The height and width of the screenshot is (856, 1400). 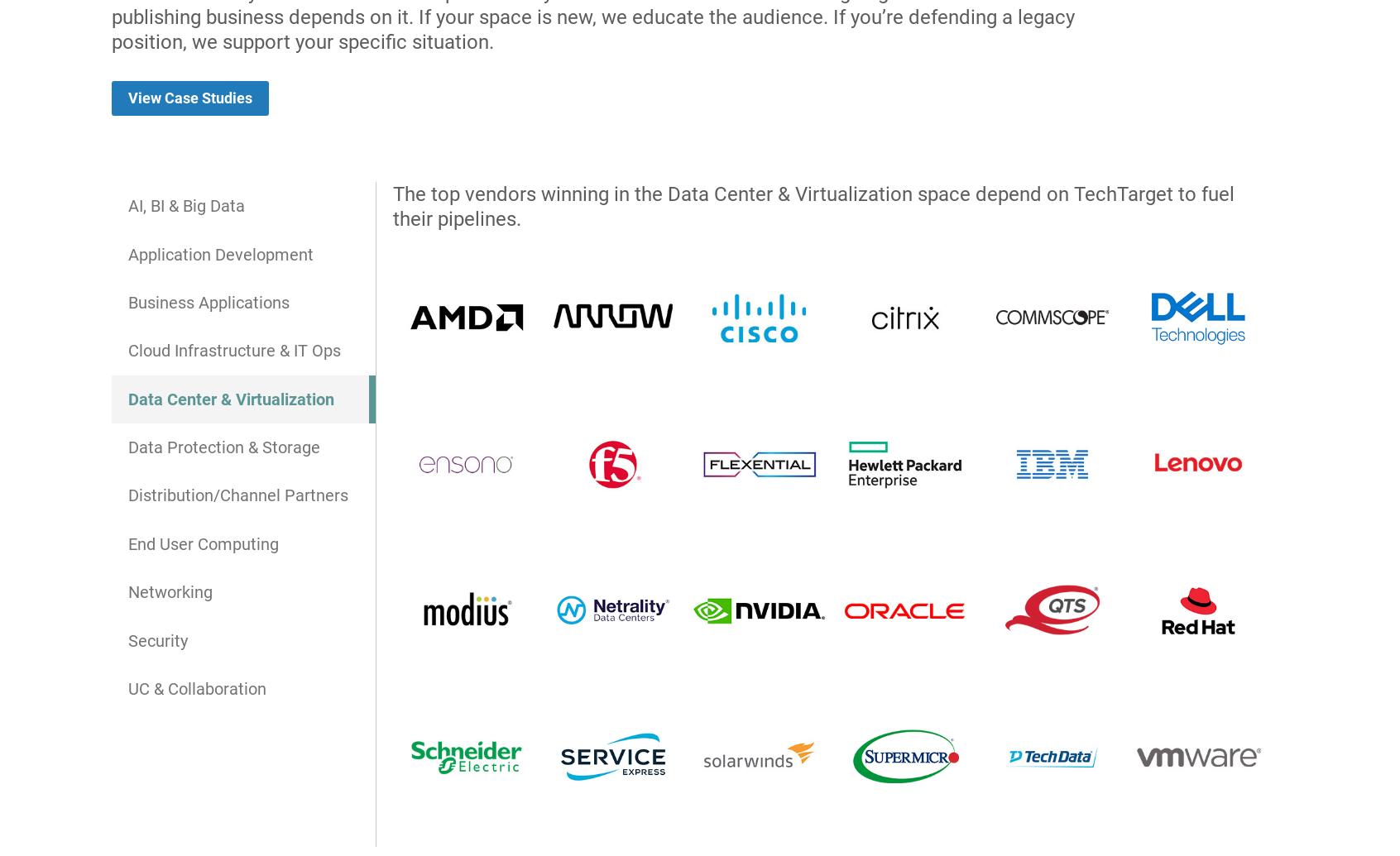 What do you see at coordinates (223, 446) in the screenshot?
I see `'Data Protection & Storage'` at bounding box center [223, 446].